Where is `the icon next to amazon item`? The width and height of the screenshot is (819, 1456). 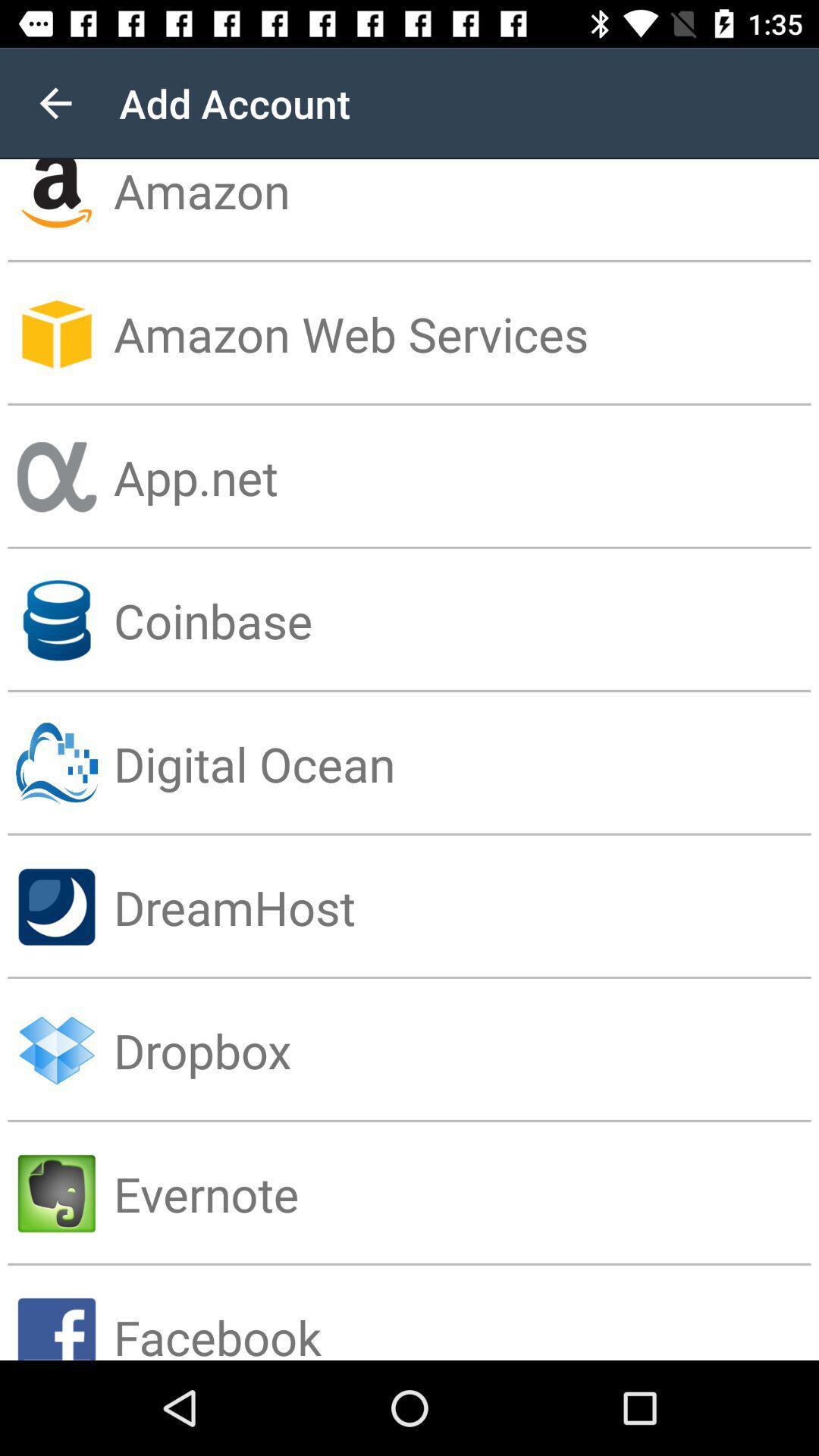 the icon next to amazon item is located at coordinates (55, 102).